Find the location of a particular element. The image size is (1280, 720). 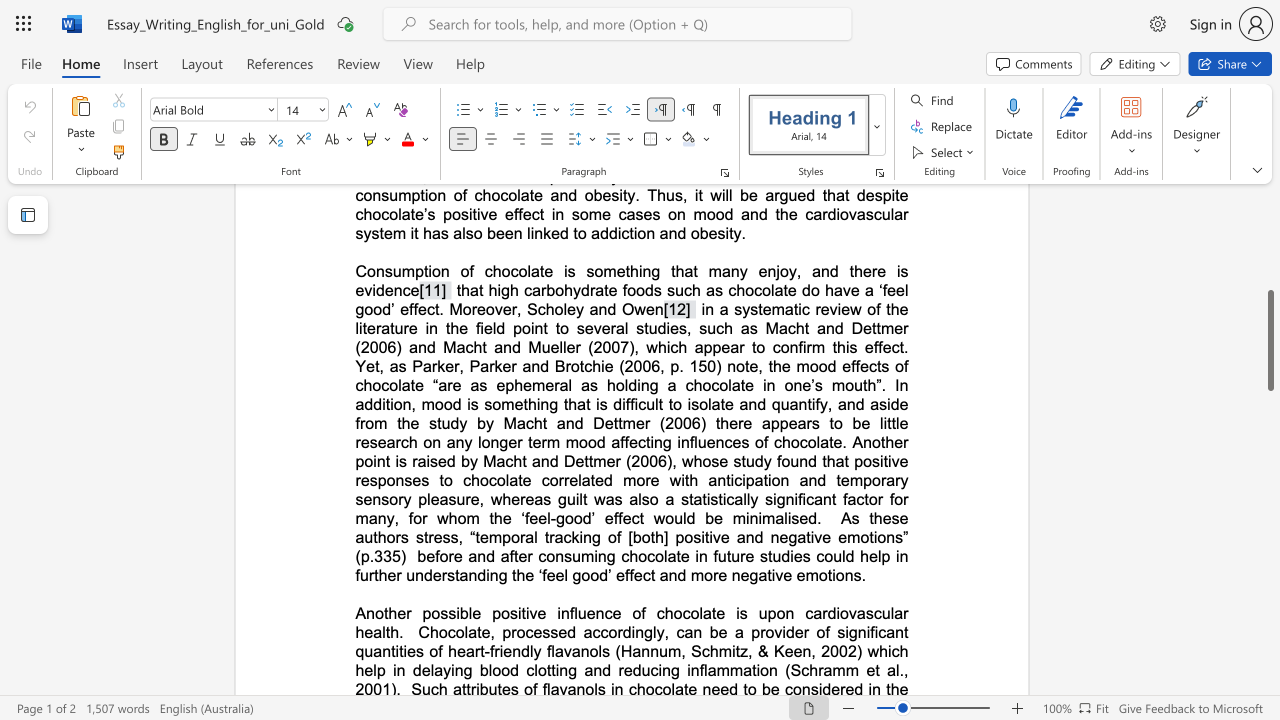

the scrollbar and move up 70 pixels is located at coordinates (1269, 339).